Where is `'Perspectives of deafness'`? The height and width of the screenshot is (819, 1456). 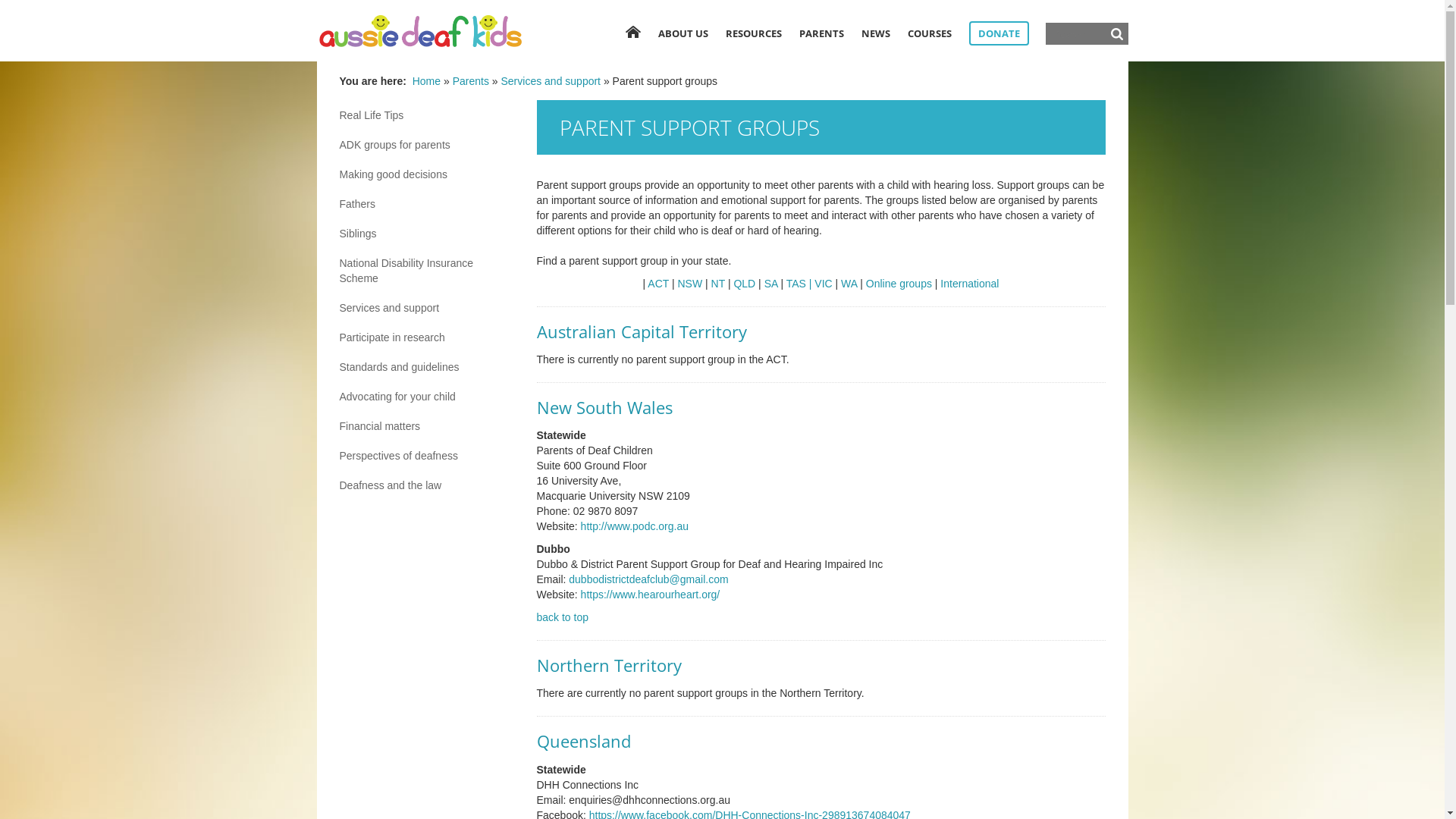 'Perspectives of deafness' is located at coordinates (425, 455).